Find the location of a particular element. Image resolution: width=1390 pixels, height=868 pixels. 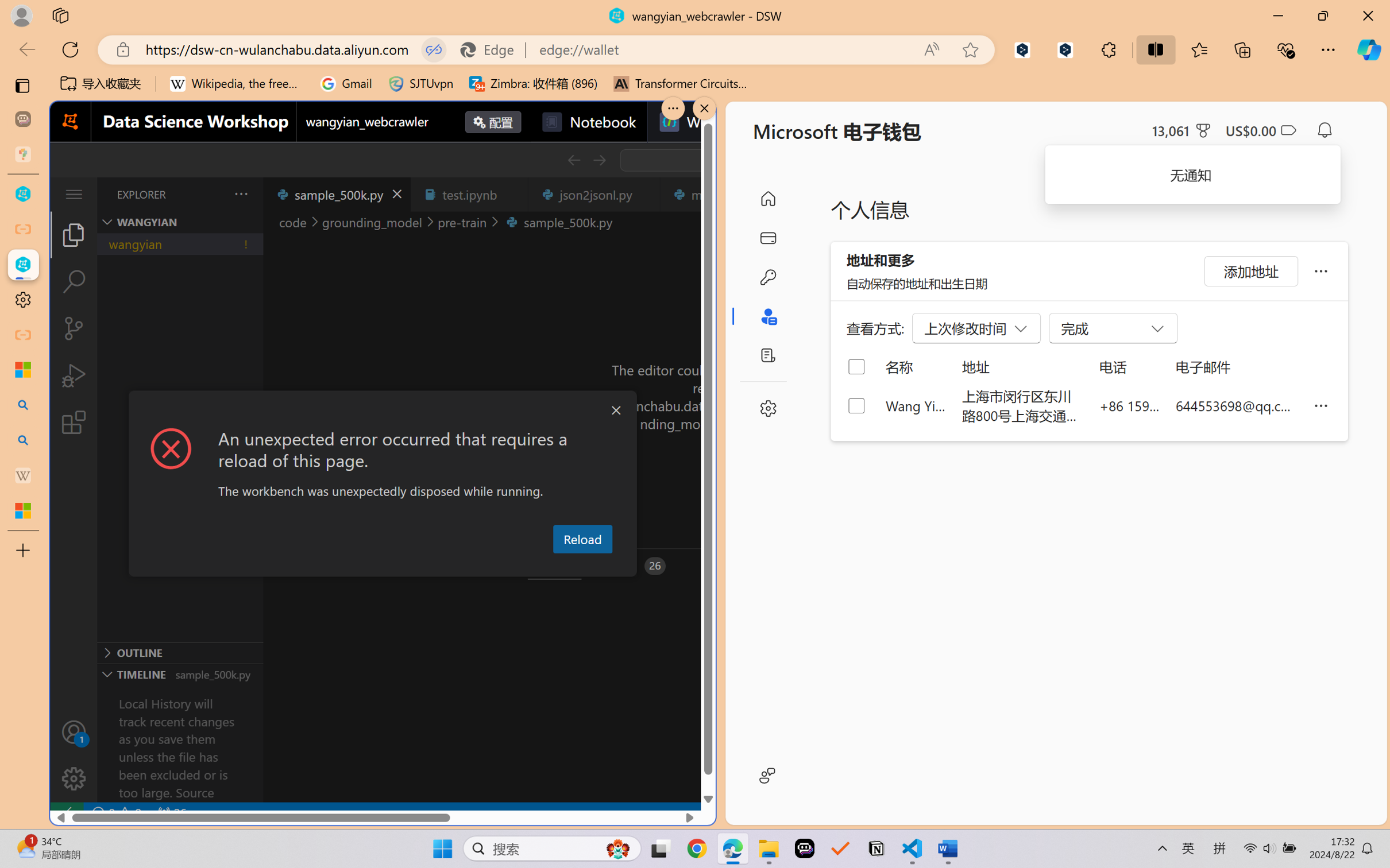

'Microsoft security help and learning' is located at coordinates (22, 369).